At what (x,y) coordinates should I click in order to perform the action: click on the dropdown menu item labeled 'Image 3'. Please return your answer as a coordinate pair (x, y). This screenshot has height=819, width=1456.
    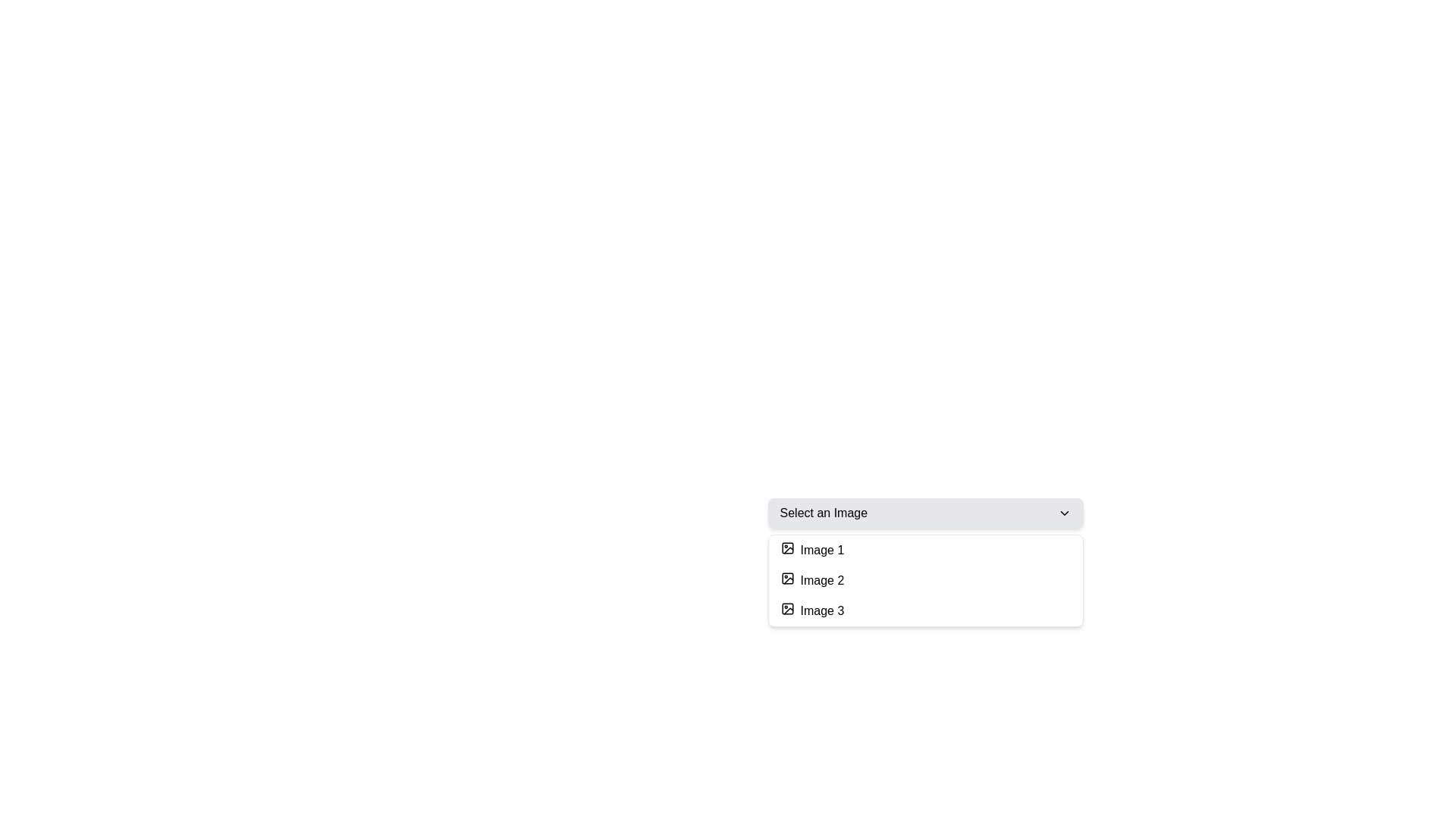
    Looking at the image, I should click on (924, 610).